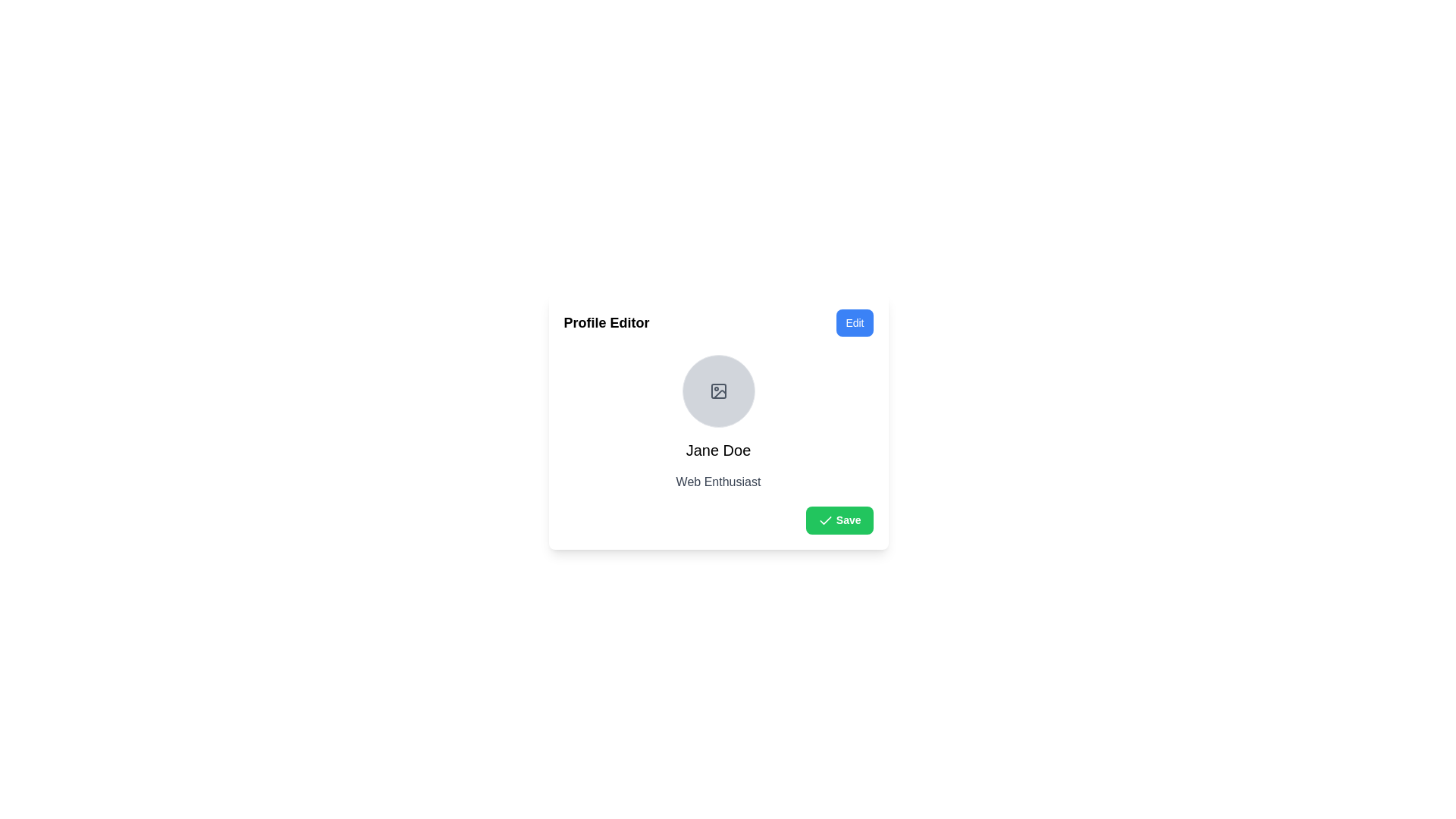 This screenshot has height=819, width=1456. I want to click on the bold text label displaying the profile owner's name, so click(717, 450).